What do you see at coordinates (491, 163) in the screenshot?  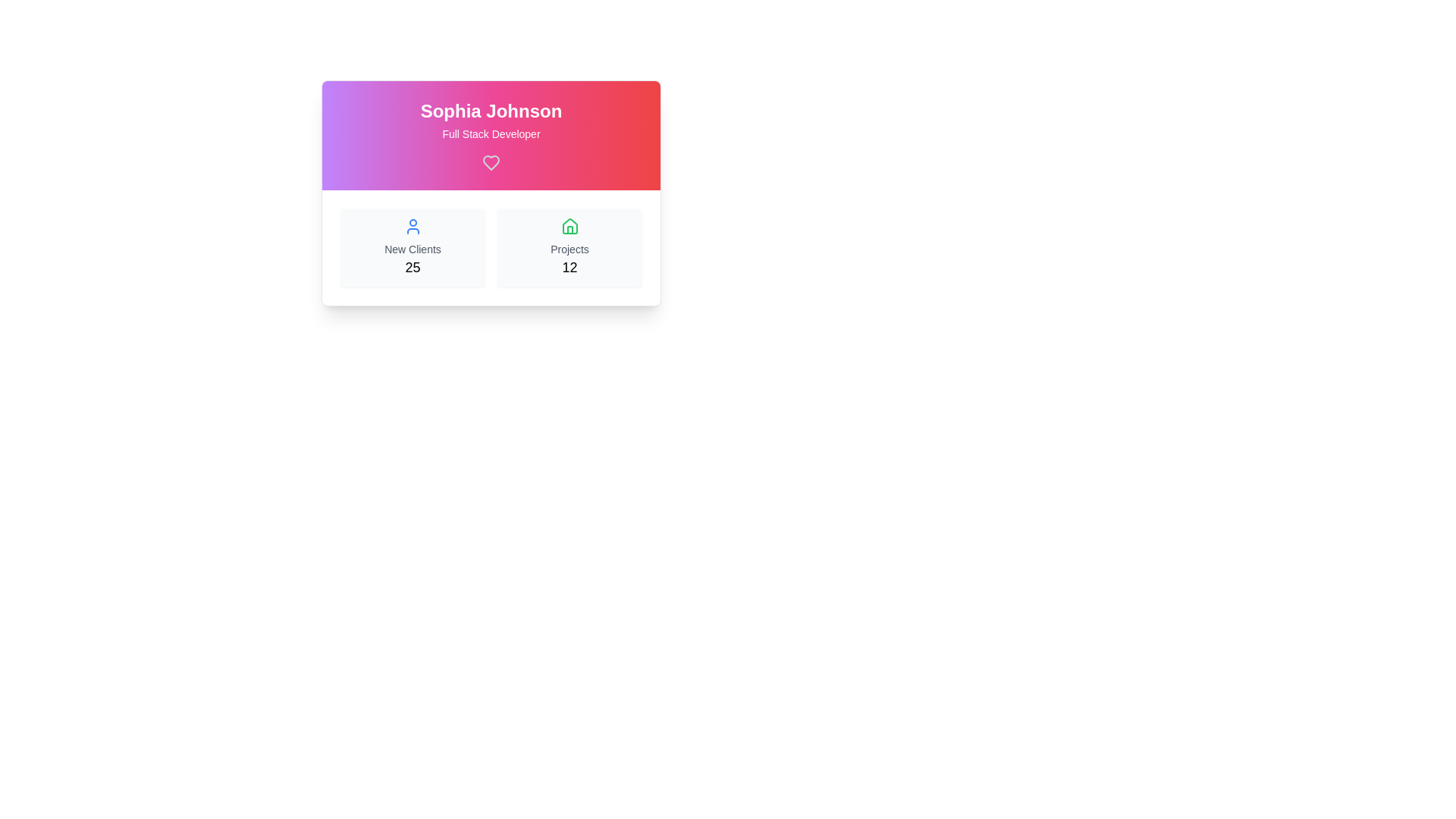 I see `the Icon Button located at the top-center of the card` at bounding box center [491, 163].